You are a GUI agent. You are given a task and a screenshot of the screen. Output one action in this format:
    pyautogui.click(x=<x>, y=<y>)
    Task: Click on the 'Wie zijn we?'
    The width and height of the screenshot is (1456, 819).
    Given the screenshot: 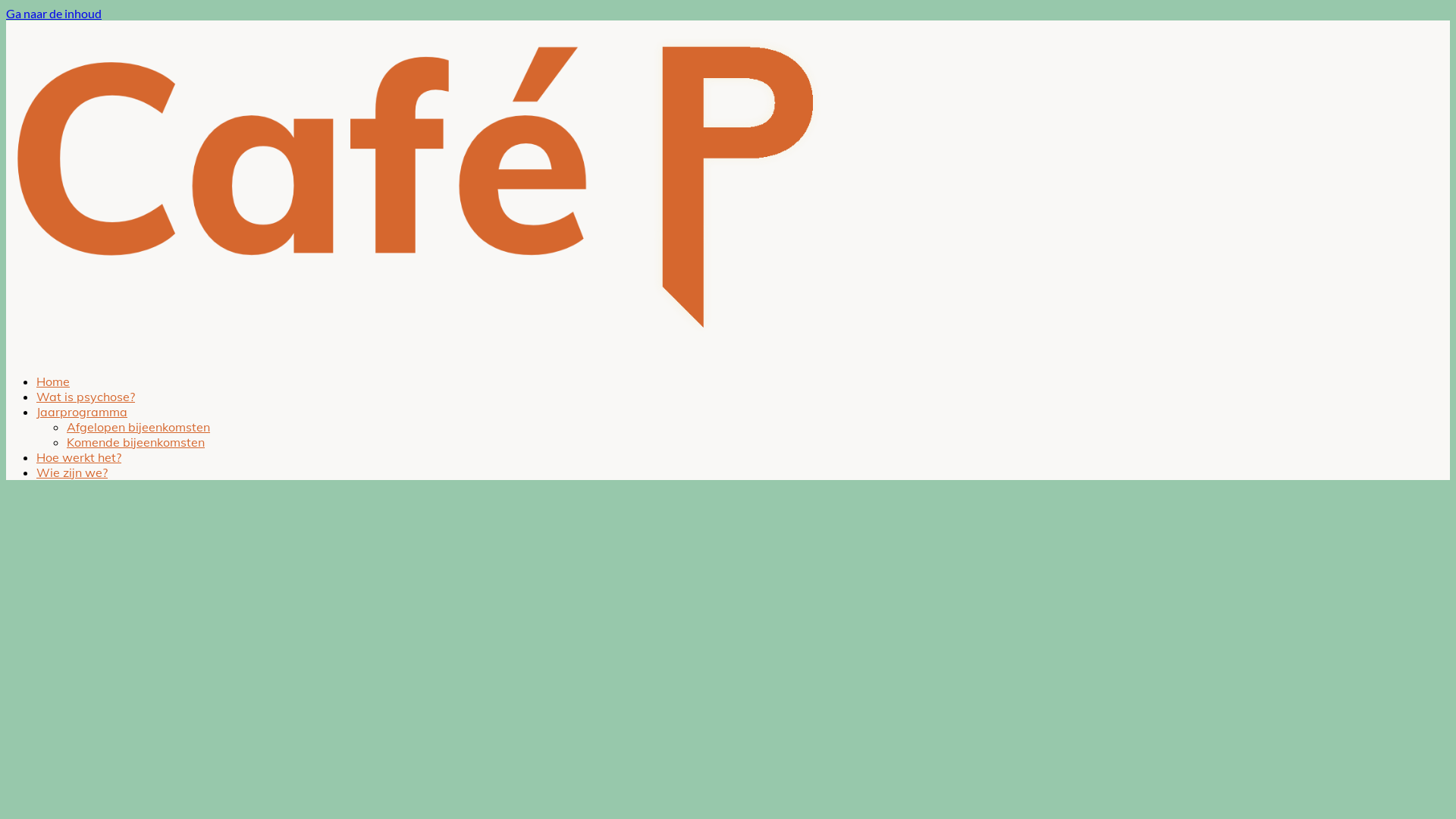 What is the action you would take?
    pyautogui.click(x=71, y=472)
    